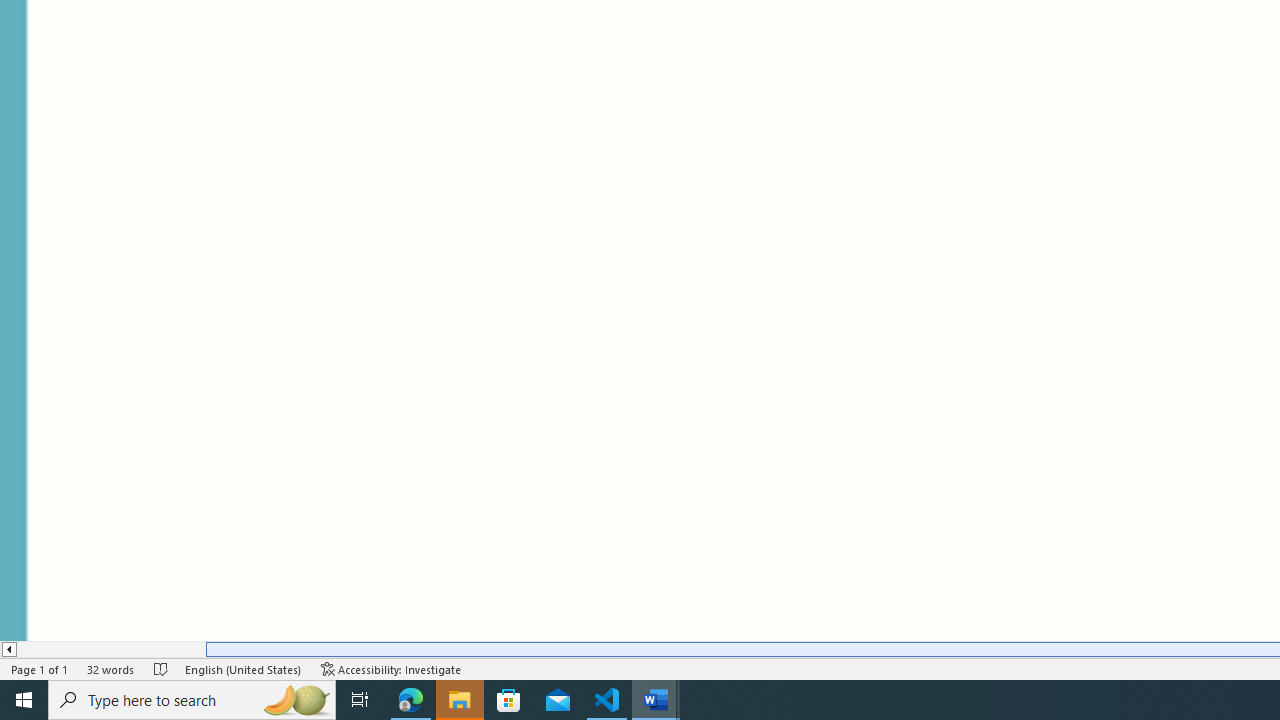  I want to click on 'Language English (United States)', so click(242, 669).